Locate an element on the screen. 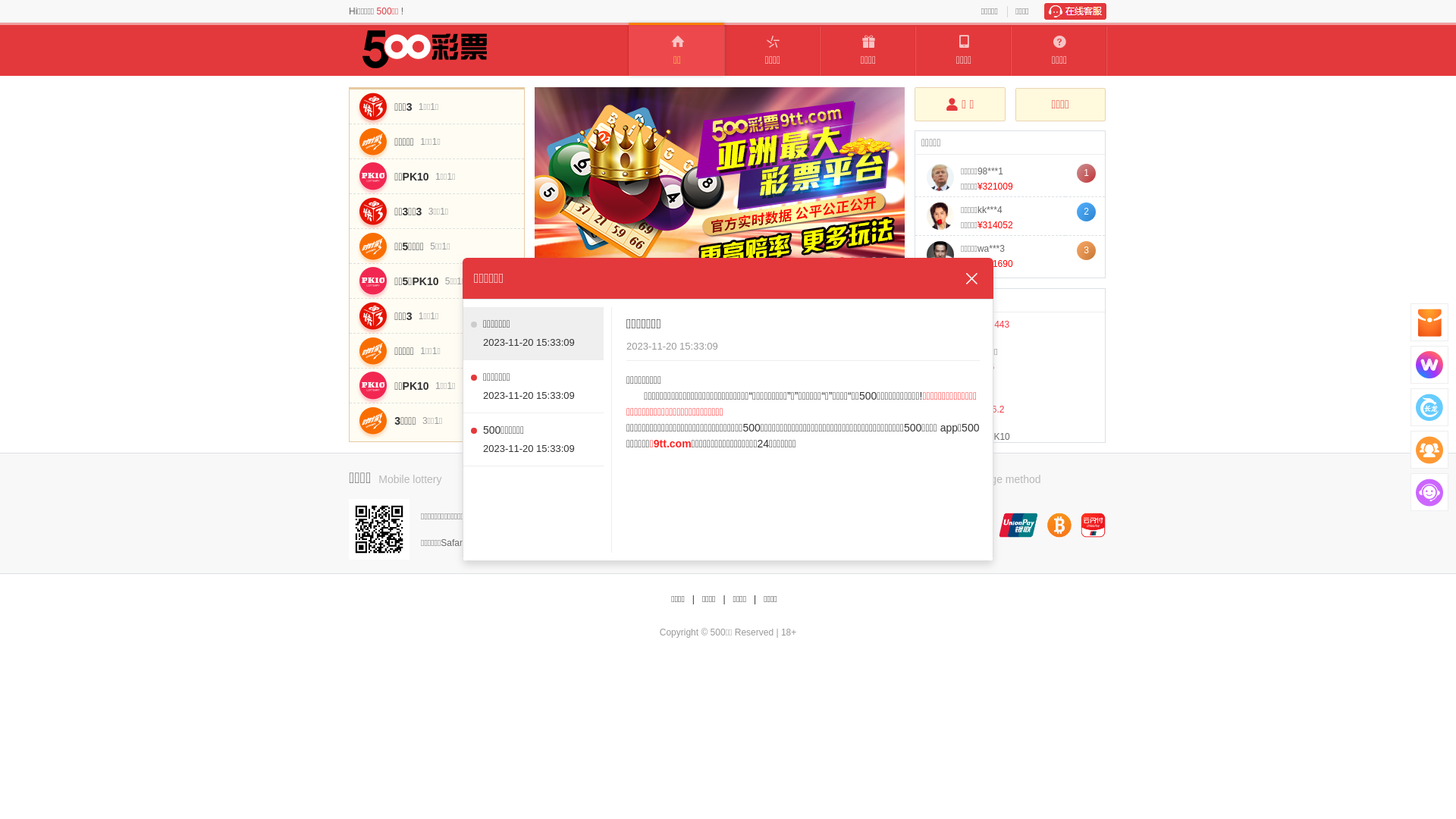  '|' is located at coordinates (723, 598).